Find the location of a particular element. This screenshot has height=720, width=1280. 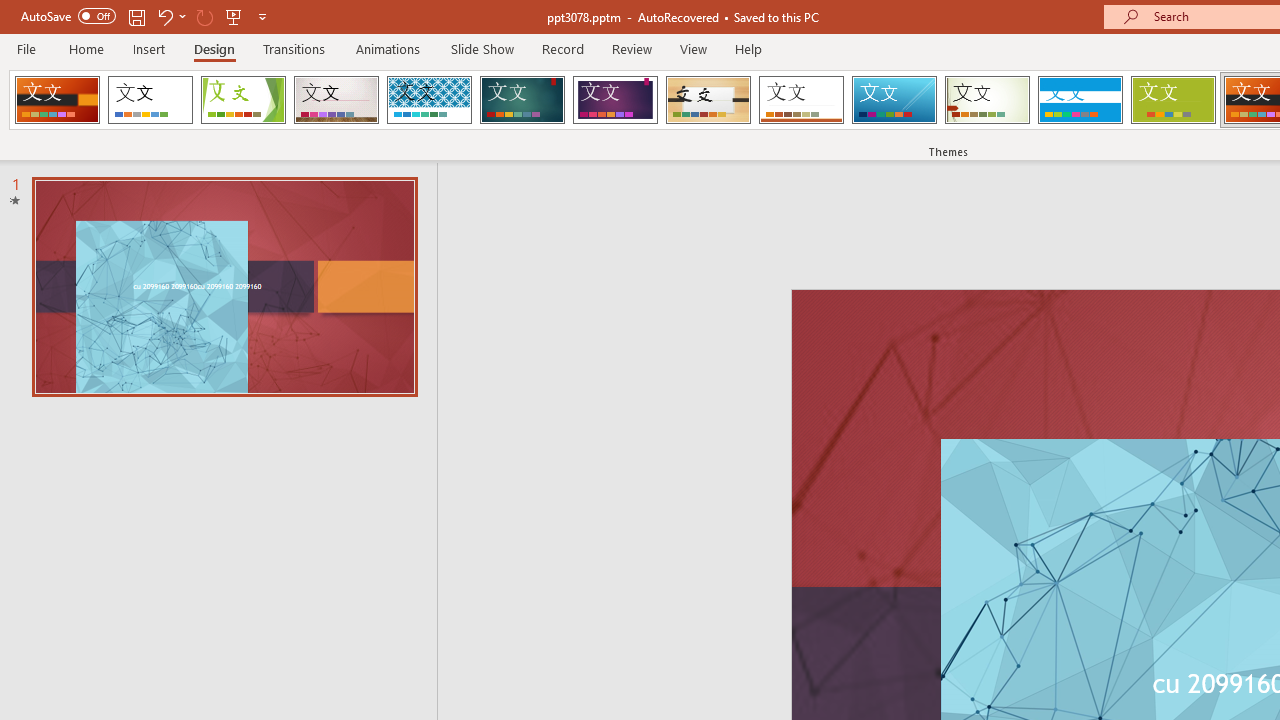

'Slice' is located at coordinates (893, 100).